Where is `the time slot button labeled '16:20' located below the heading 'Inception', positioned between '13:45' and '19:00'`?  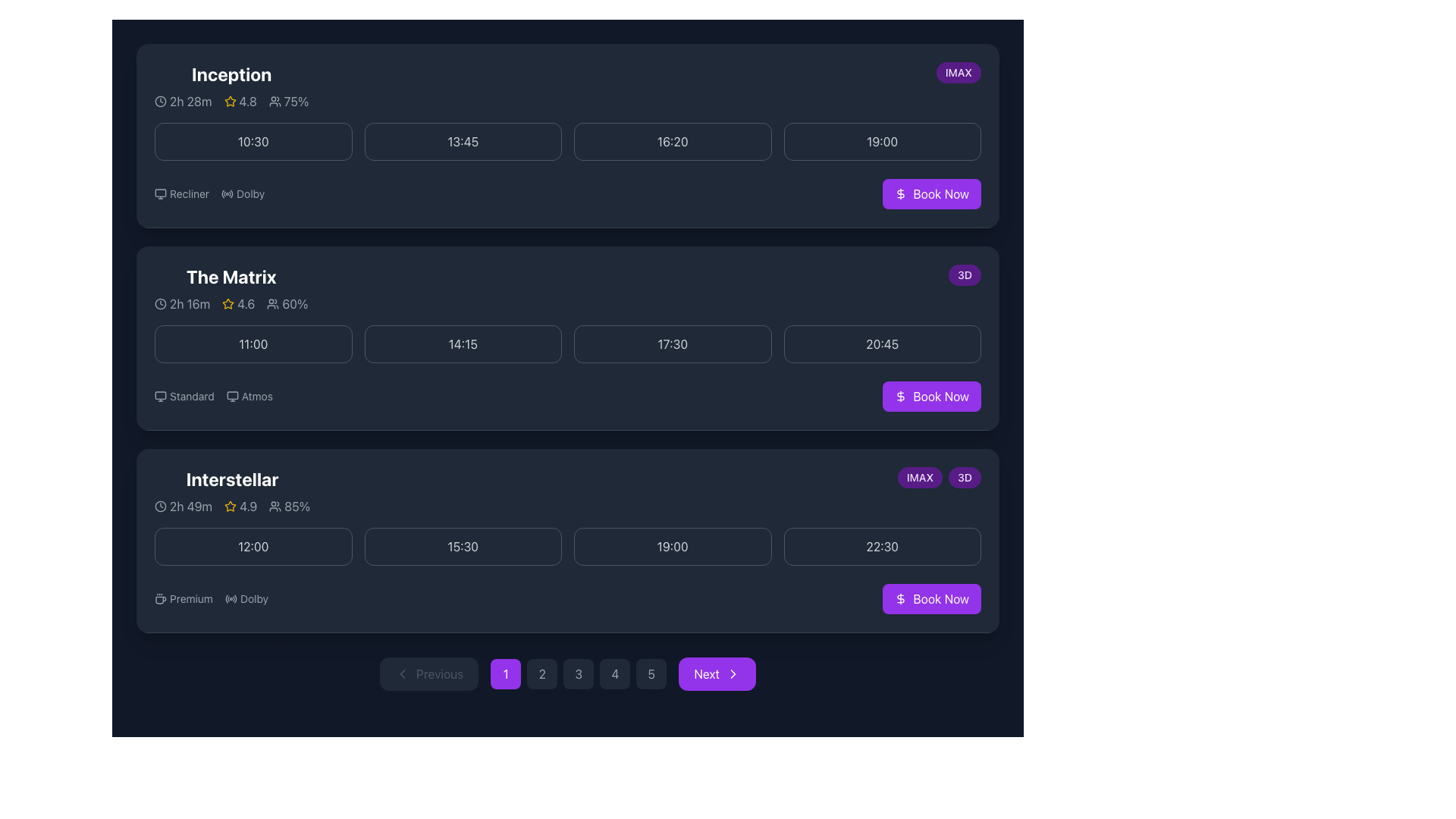
the time slot button labeled '16:20' located below the heading 'Inception', positioned between '13:45' and '19:00' is located at coordinates (672, 141).